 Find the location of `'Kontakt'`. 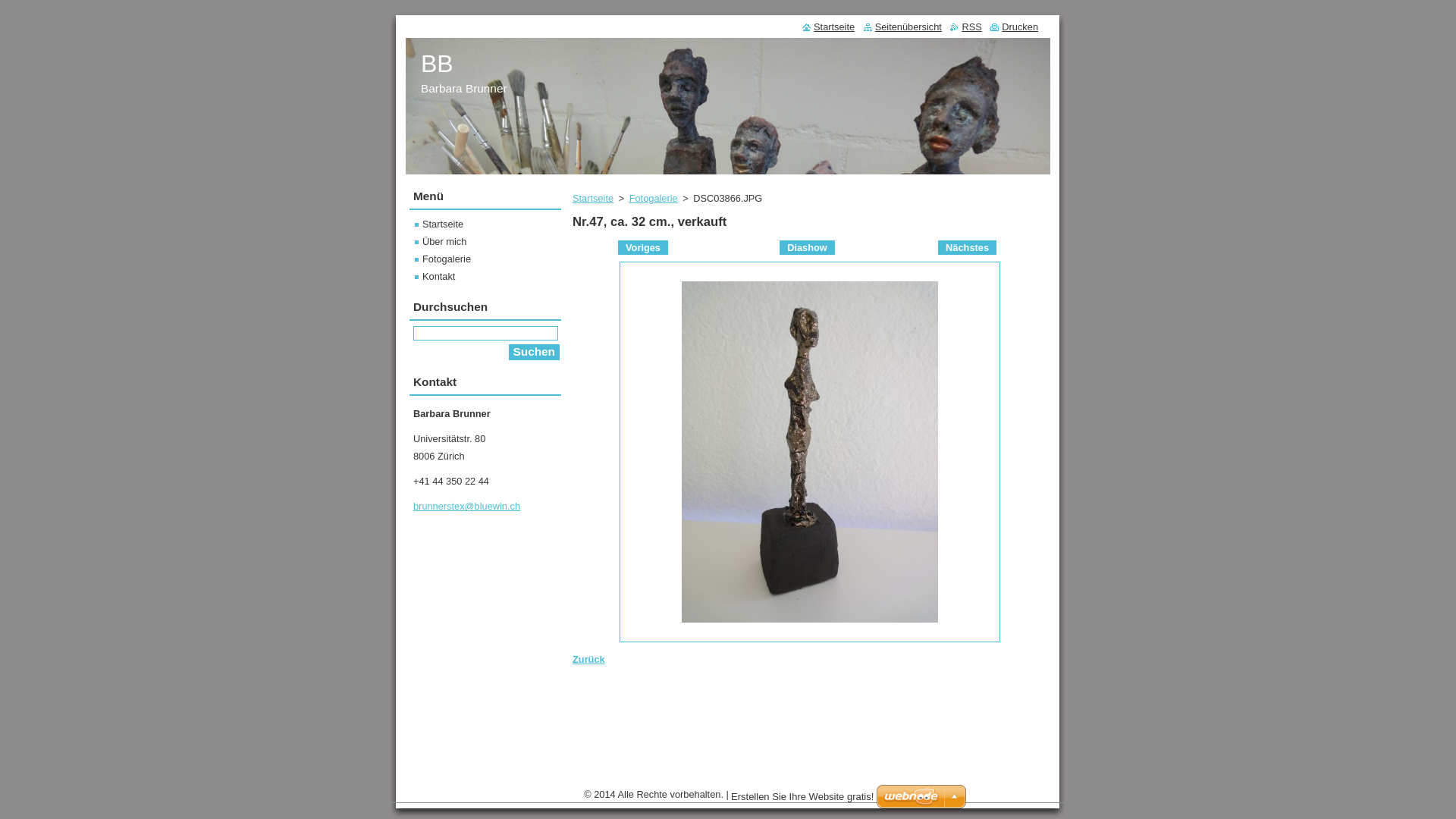

'Kontakt' is located at coordinates (415, 276).